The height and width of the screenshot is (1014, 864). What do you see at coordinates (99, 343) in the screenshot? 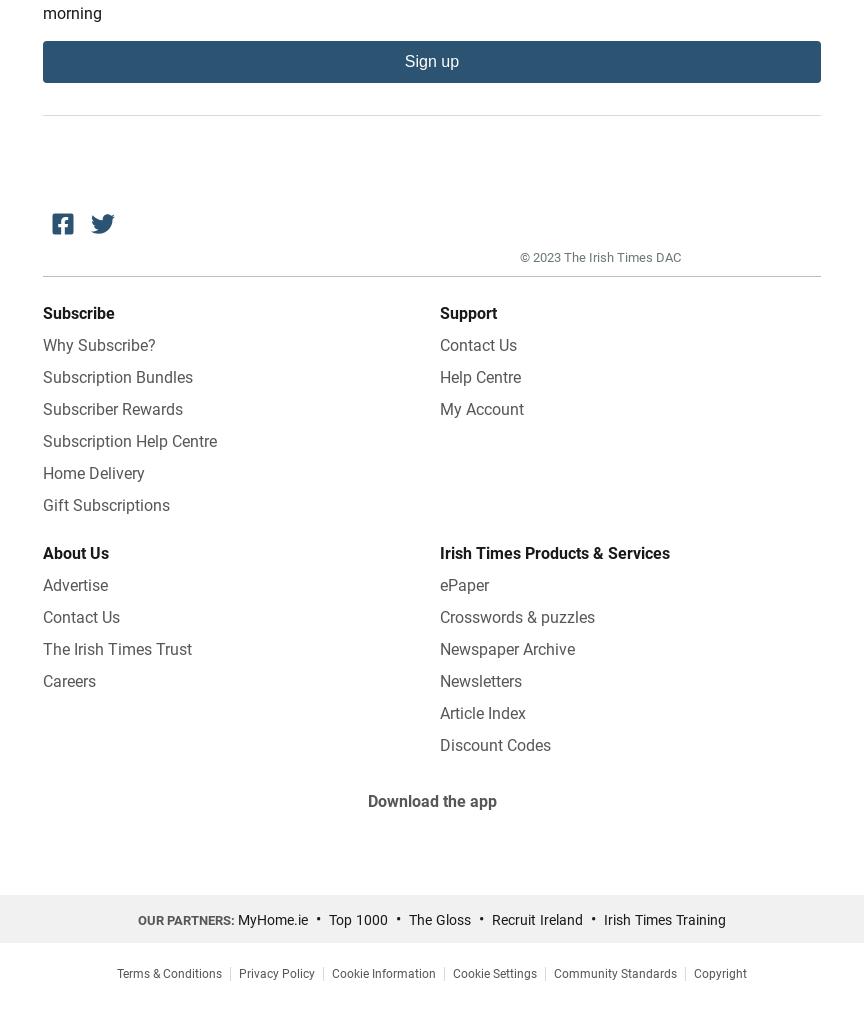
I see `'Why Subscribe?'` at bounding box center [99, 343].